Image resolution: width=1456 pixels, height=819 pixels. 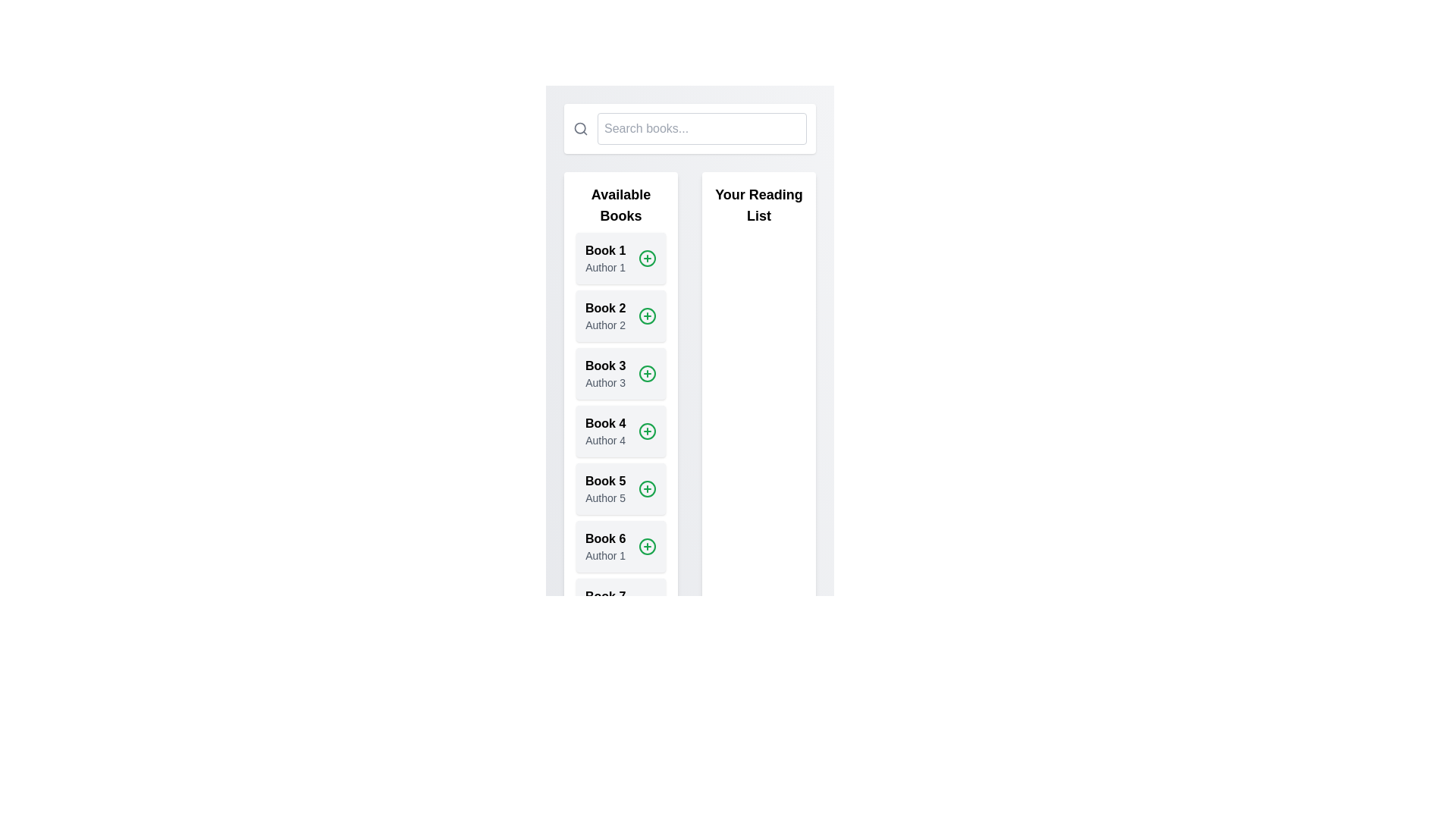 What do you see at coordinates (648, 431) in the screenshot?
I see `the green circular button with a white plus sign next to the text 'Book 4' under the 'Available Books' section` at bounding box center [648, 431].